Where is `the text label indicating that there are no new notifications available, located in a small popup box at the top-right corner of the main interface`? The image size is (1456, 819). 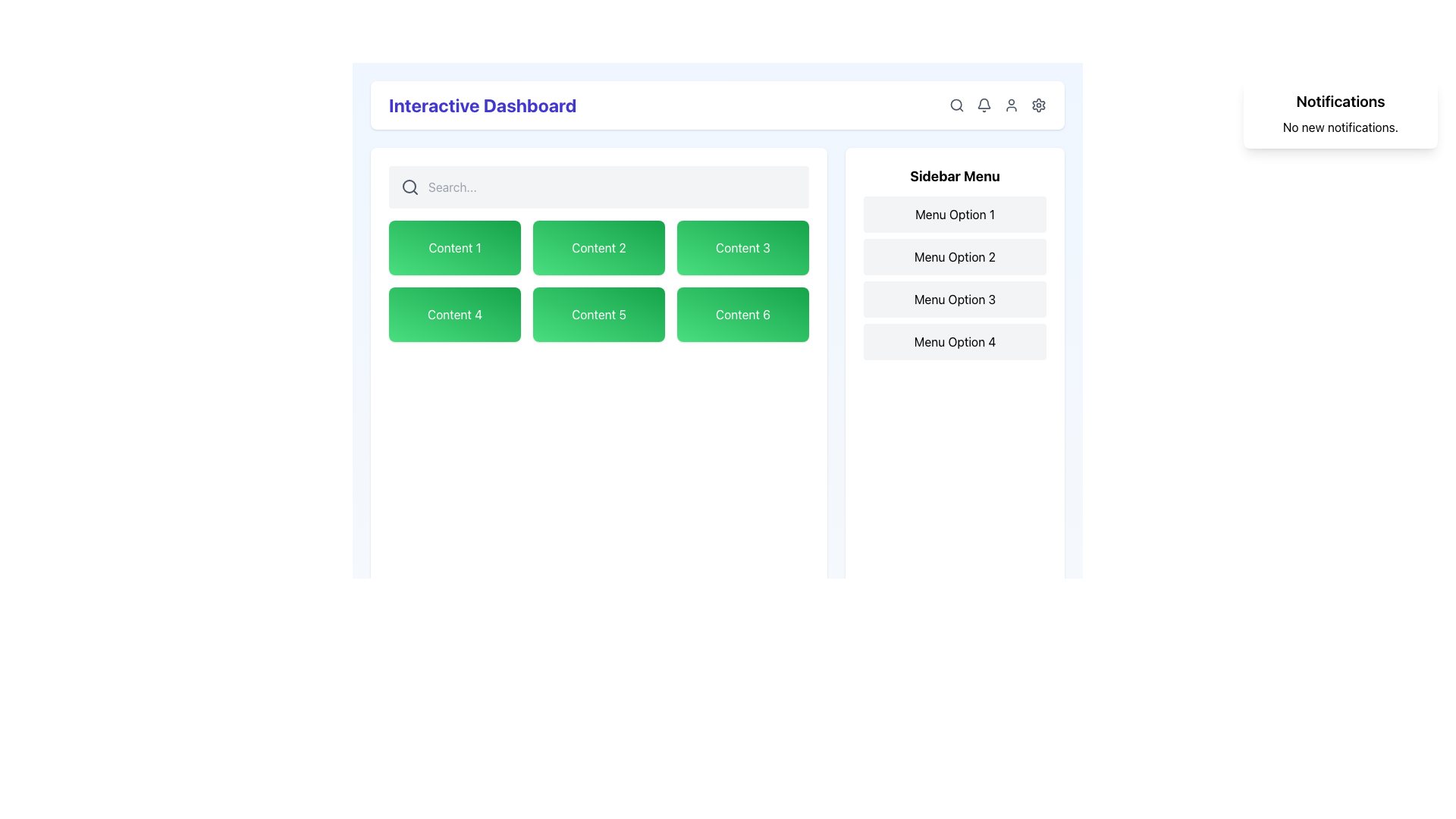 the text label indicating that there are no new notifications available, located in a small popup box at the top-right corner of the main interface is located at coordinates (1340, 127).